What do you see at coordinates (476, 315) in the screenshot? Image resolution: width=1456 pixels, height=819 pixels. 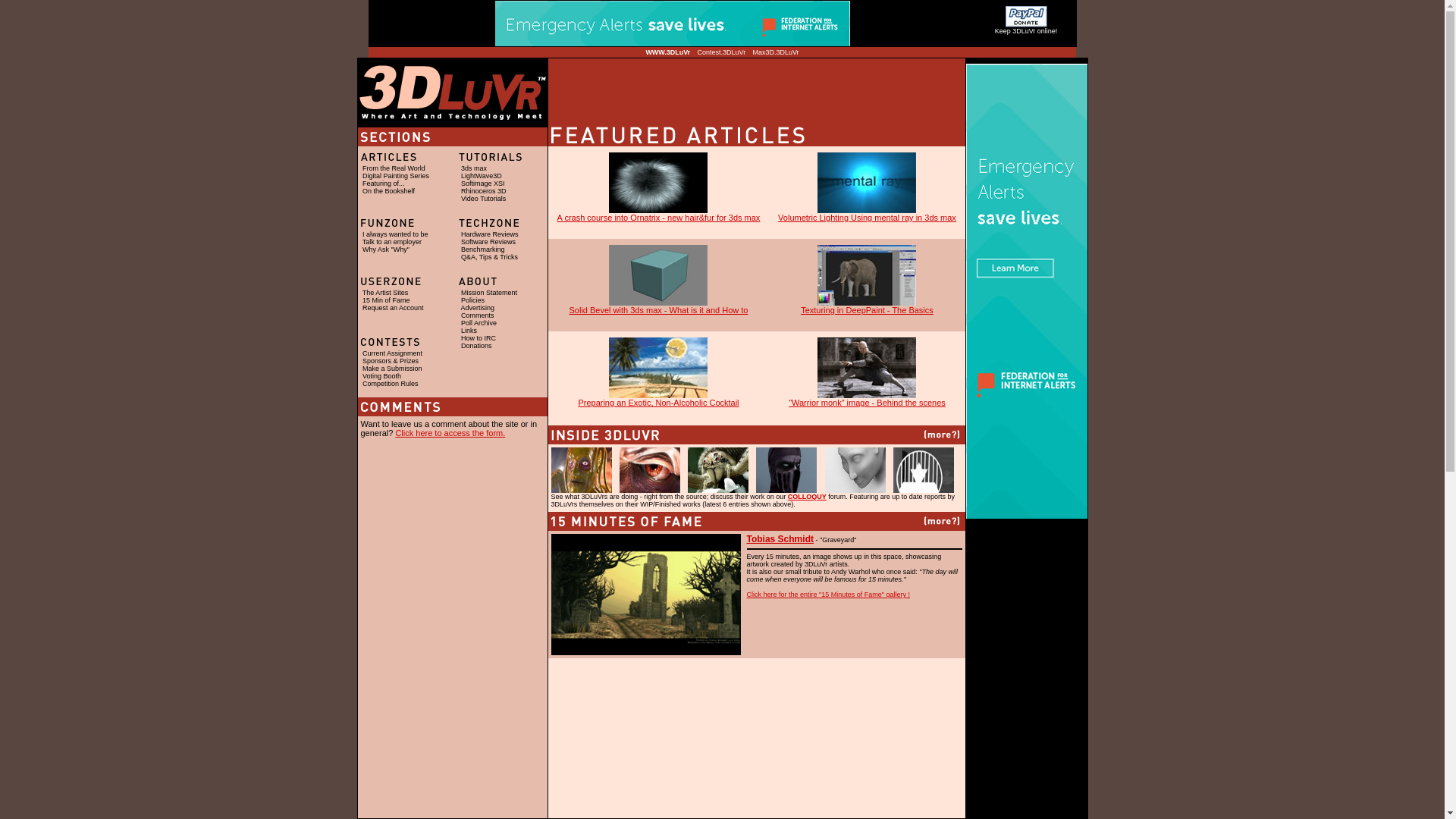 I see `'Comments'` at bounding box center [476, 315].